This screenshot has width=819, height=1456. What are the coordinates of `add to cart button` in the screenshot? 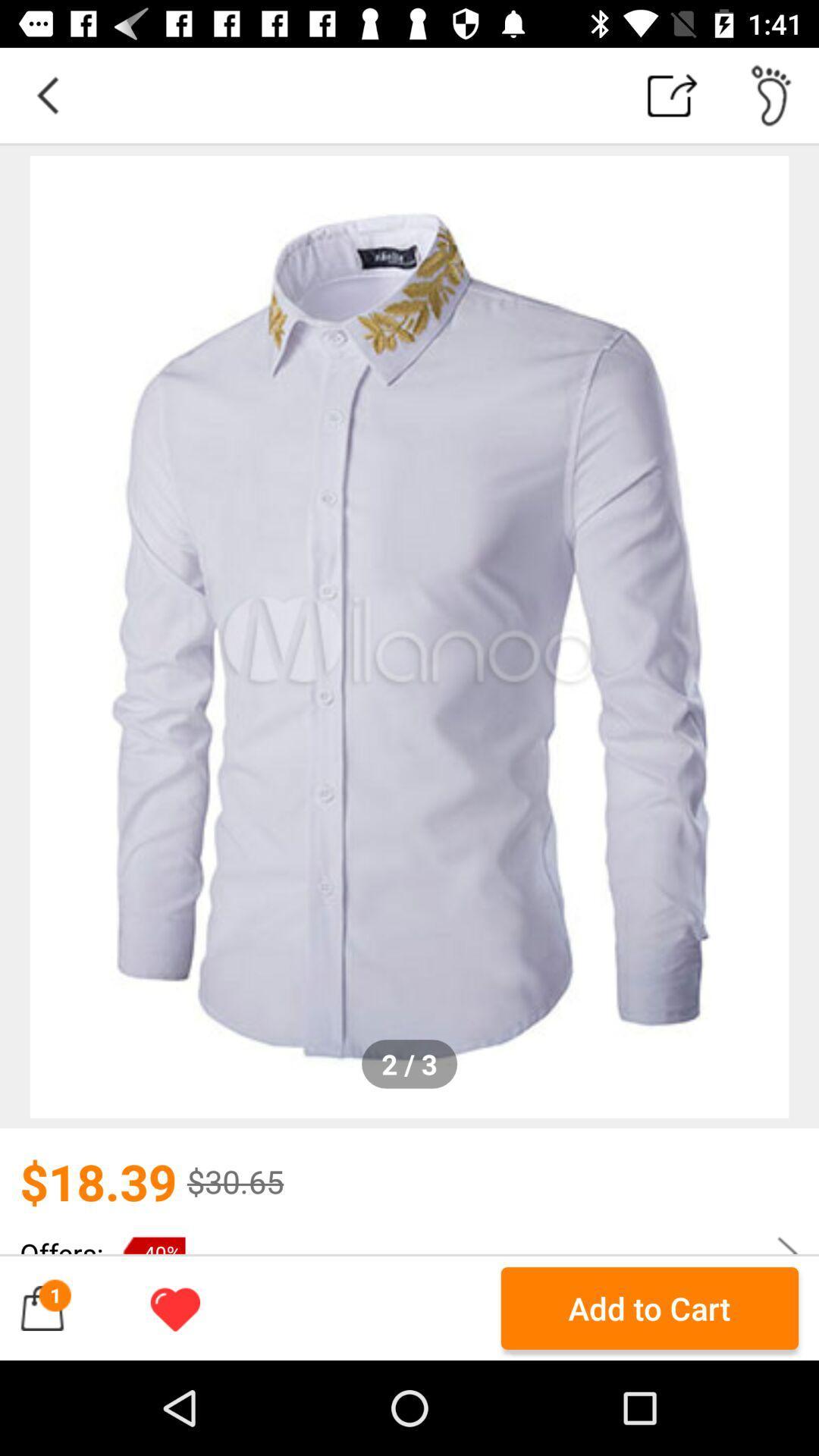 It's located at (648, 1307).